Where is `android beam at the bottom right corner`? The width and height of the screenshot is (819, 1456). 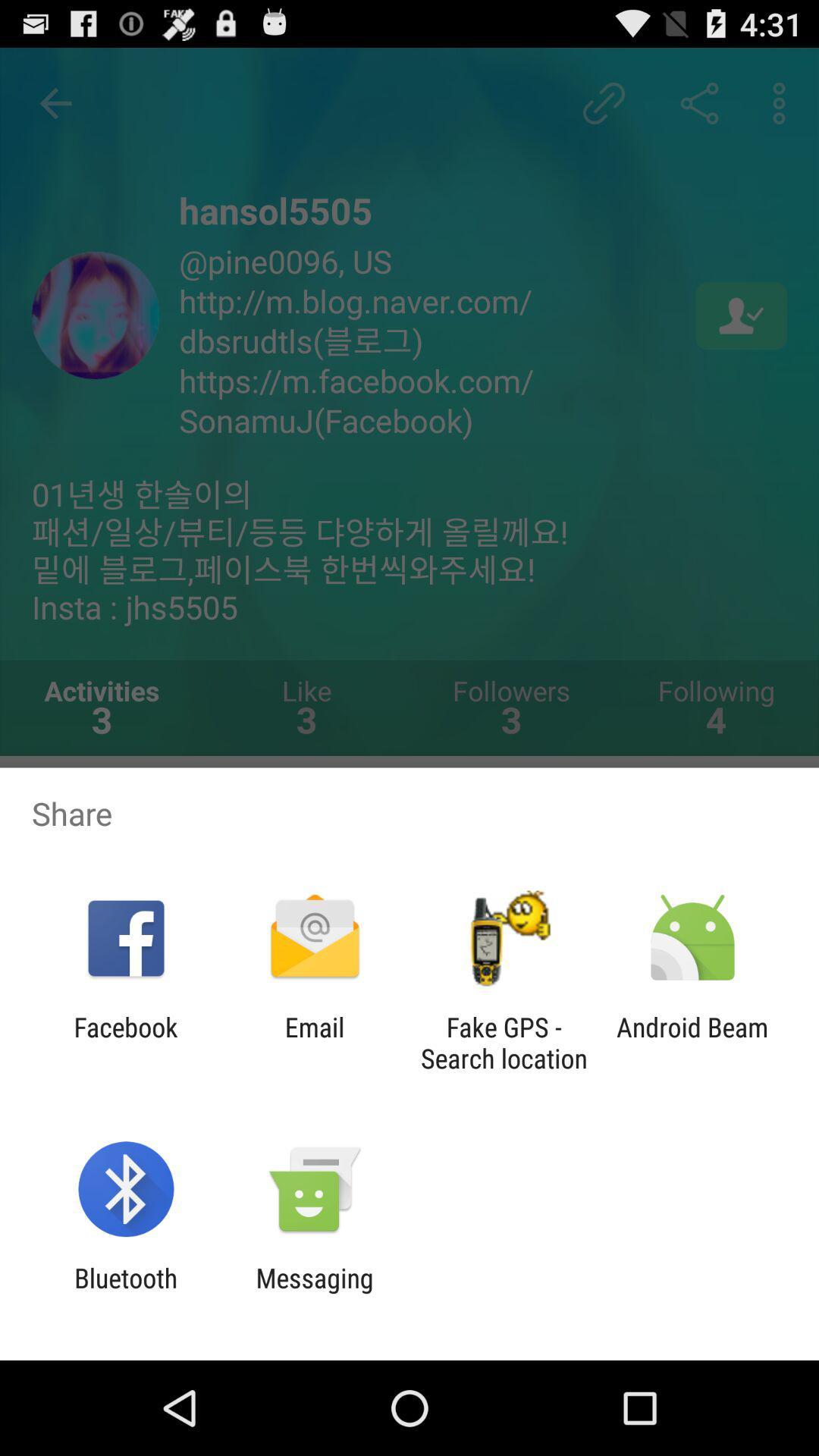 android beam at the bottom right corner is located at coordinates (692, 1042).